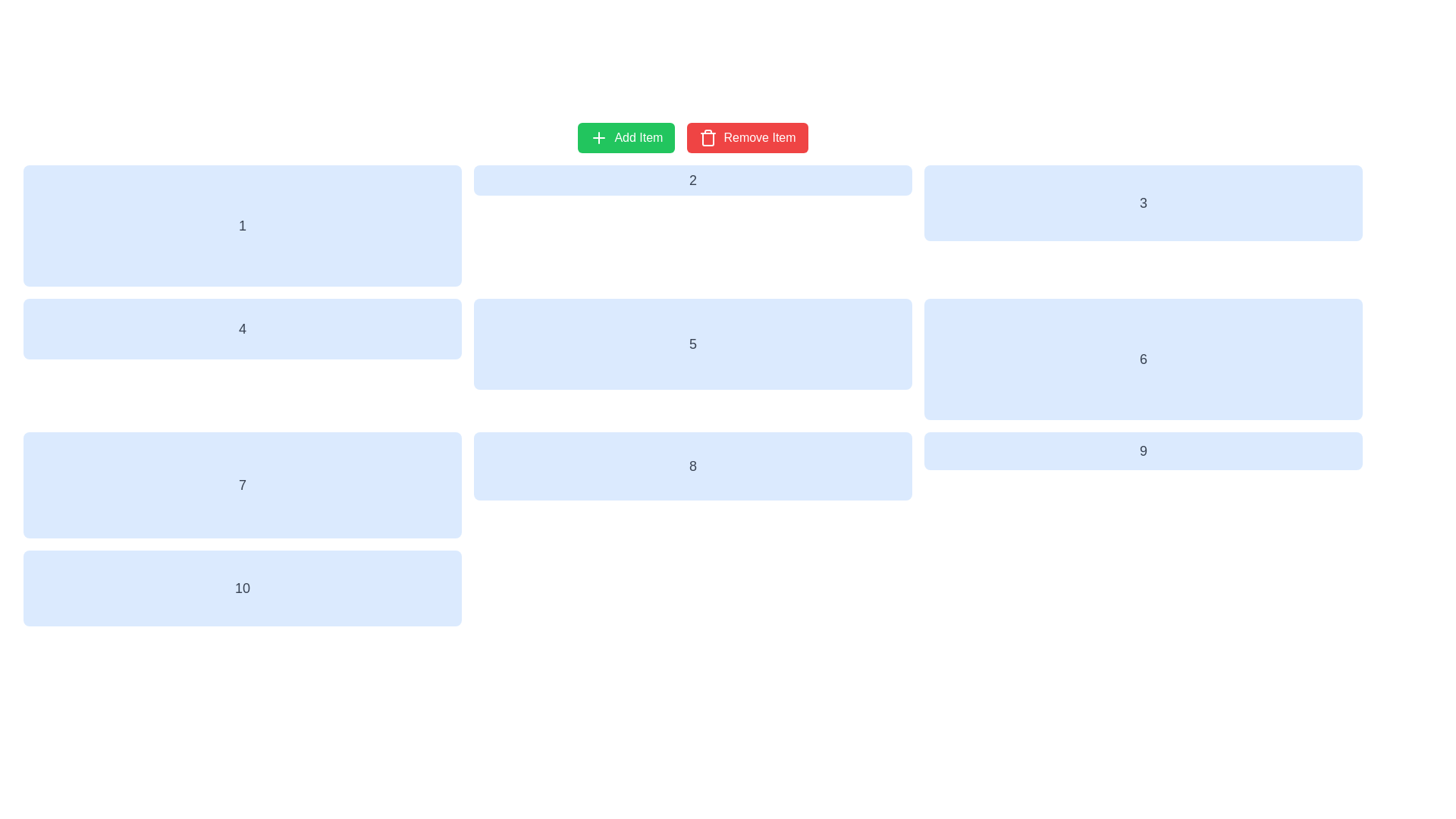 The image size is (1456, 819). Describe the element at coordinates (598, 137) in the screenshot. I see `the plus icon displayed on the green 'Add Item' button, which is centrally aligned and located towards the left side of the button` at that location.